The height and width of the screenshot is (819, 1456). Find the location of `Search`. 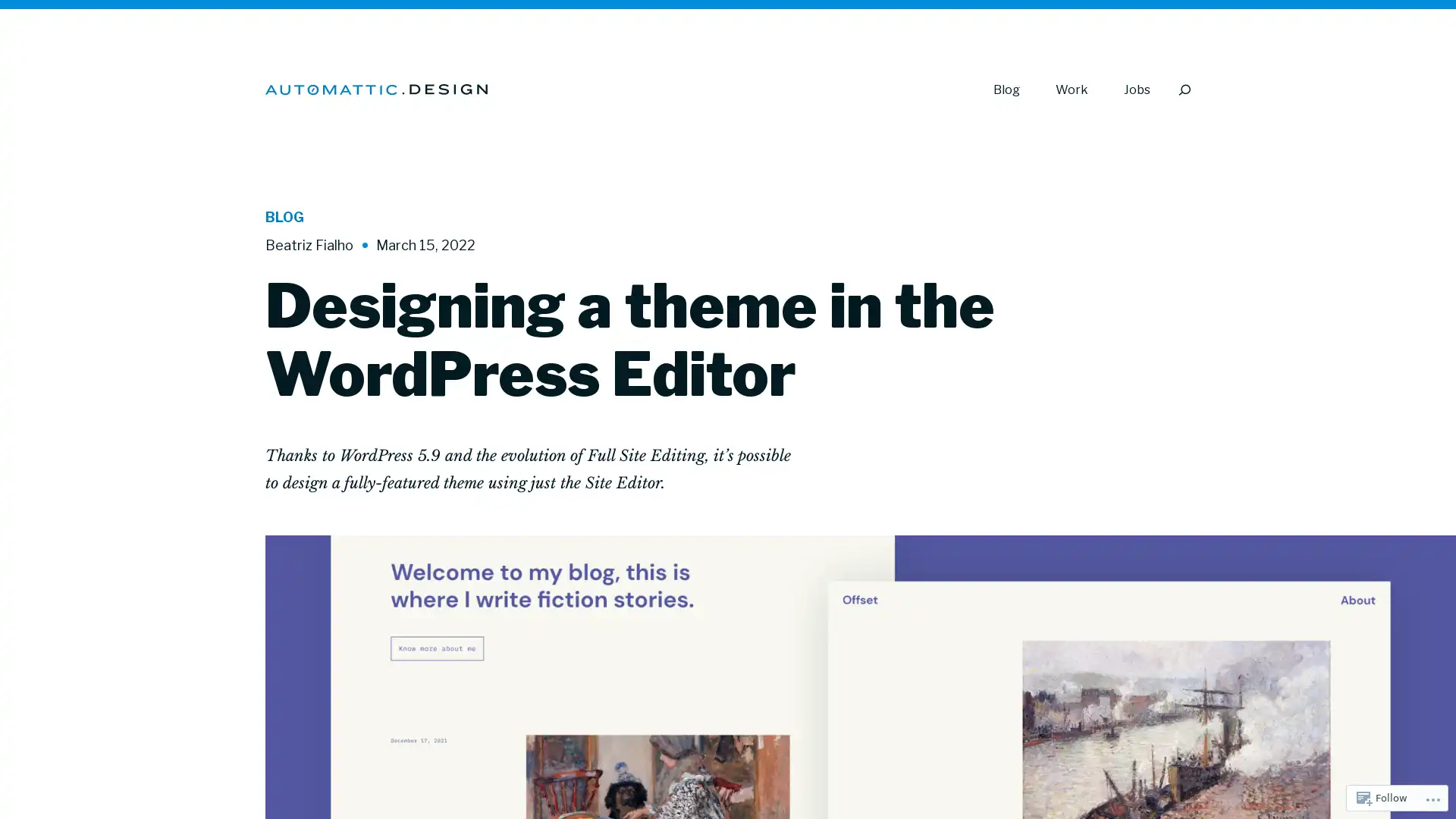

Search is located at coordinates (1183, 89).